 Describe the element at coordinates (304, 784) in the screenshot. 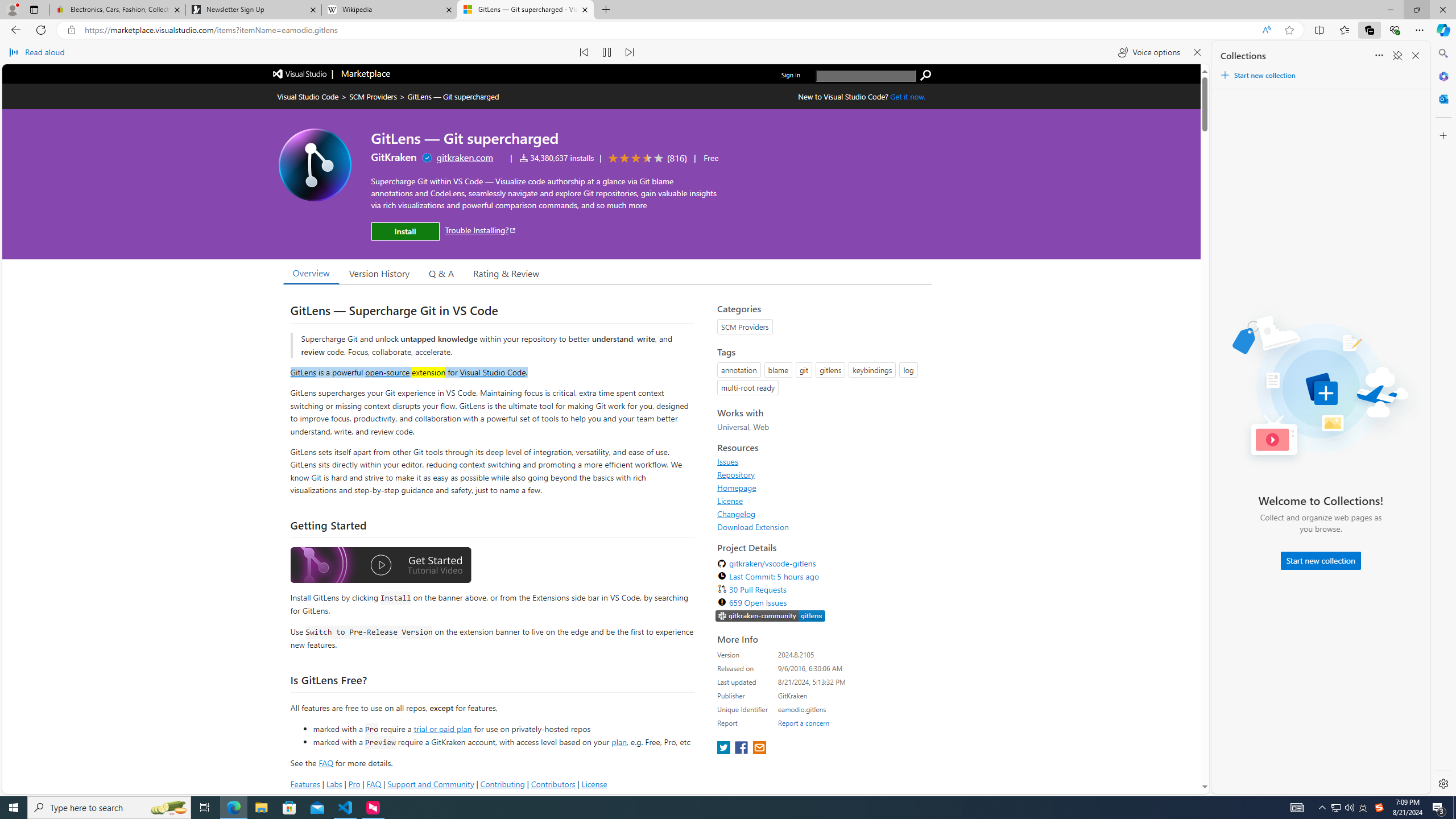

I see `'Features'` at that location.